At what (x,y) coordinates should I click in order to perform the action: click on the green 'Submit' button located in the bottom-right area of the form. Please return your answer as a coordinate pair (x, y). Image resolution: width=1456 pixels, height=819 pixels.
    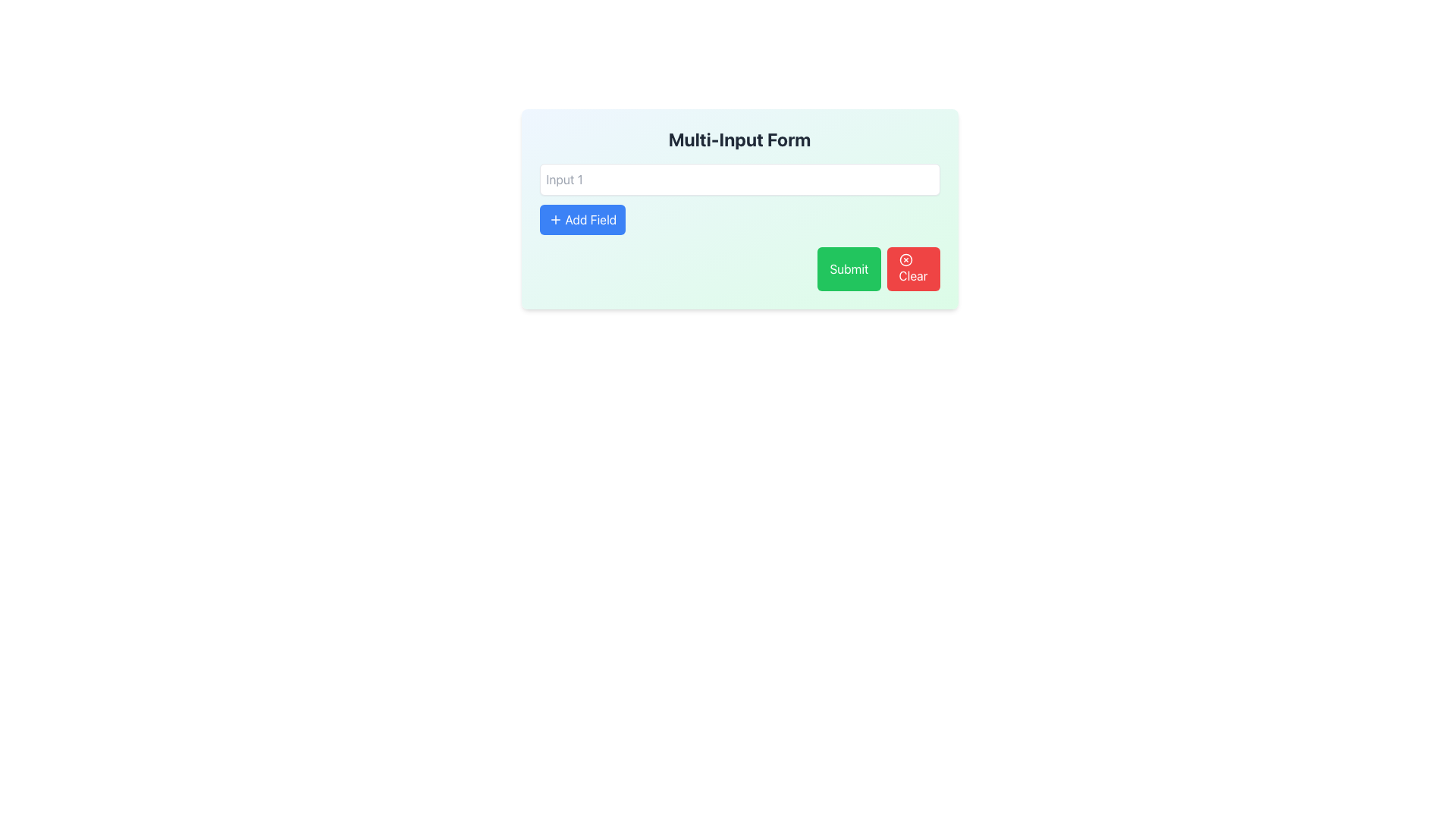
    Looking at the image, I should click on (848, 268).